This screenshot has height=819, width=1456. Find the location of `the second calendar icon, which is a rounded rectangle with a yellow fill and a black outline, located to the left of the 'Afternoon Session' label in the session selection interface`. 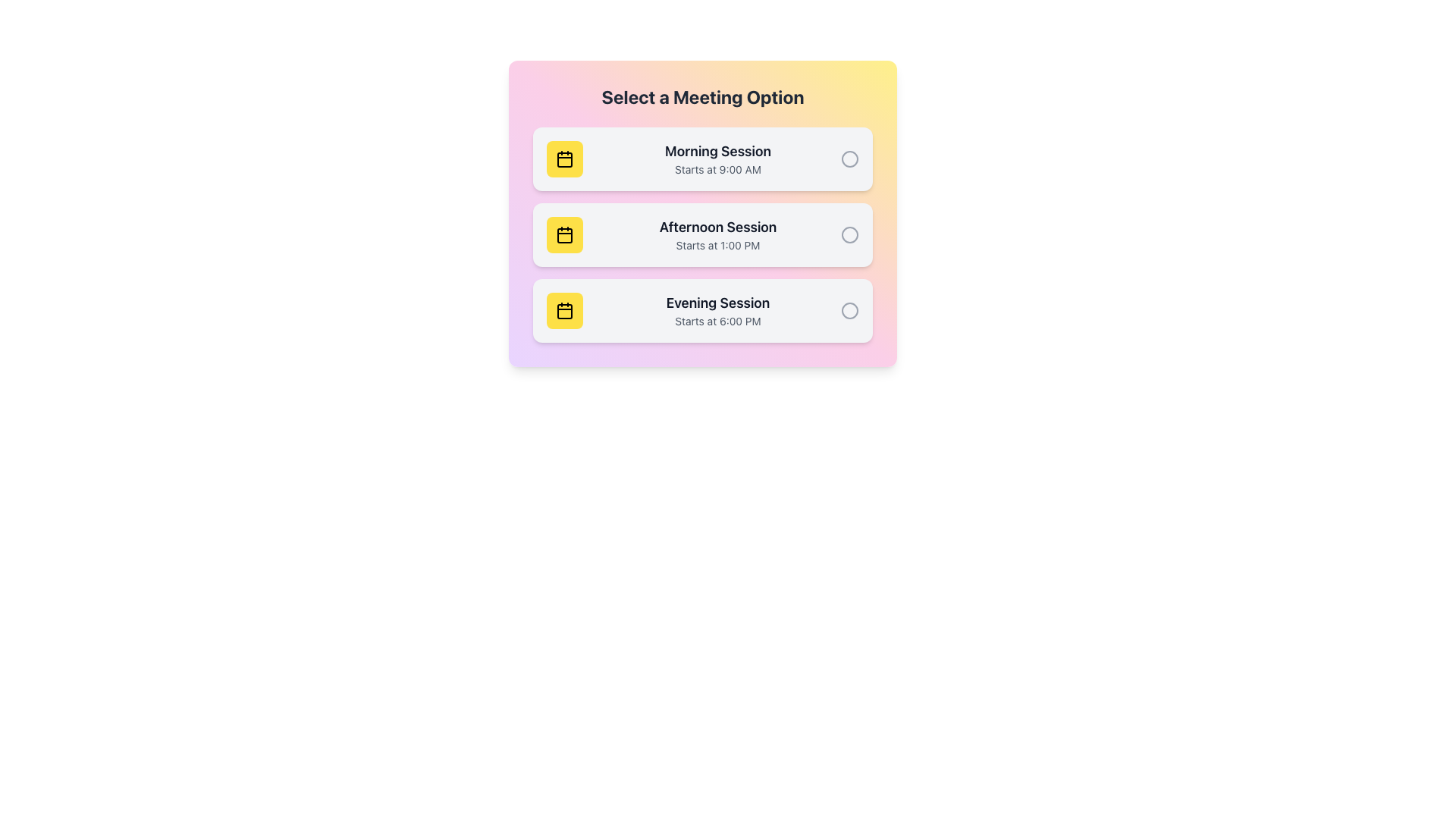

the second calendar icon, which is a rounded rectangle with a yellow fill and a black outline, located to the left of the 'Afternoon Session' label in the session selection interface is located at coordinates (563, 236).